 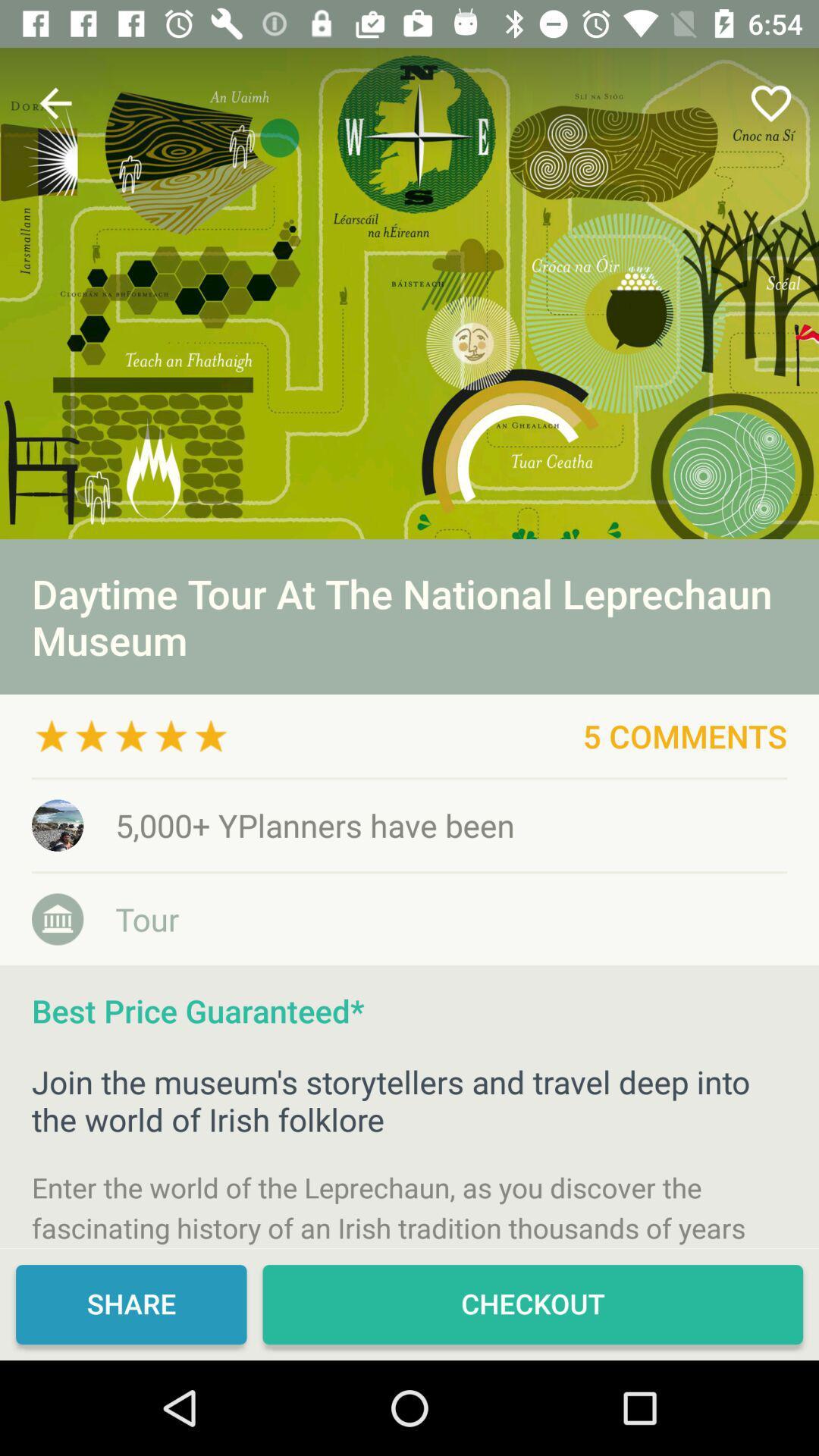 What do you see at coordinates (130, 1304) in the screenshot?
I see `the icon to the left of checkout item` at bounding box center [130, 1304].